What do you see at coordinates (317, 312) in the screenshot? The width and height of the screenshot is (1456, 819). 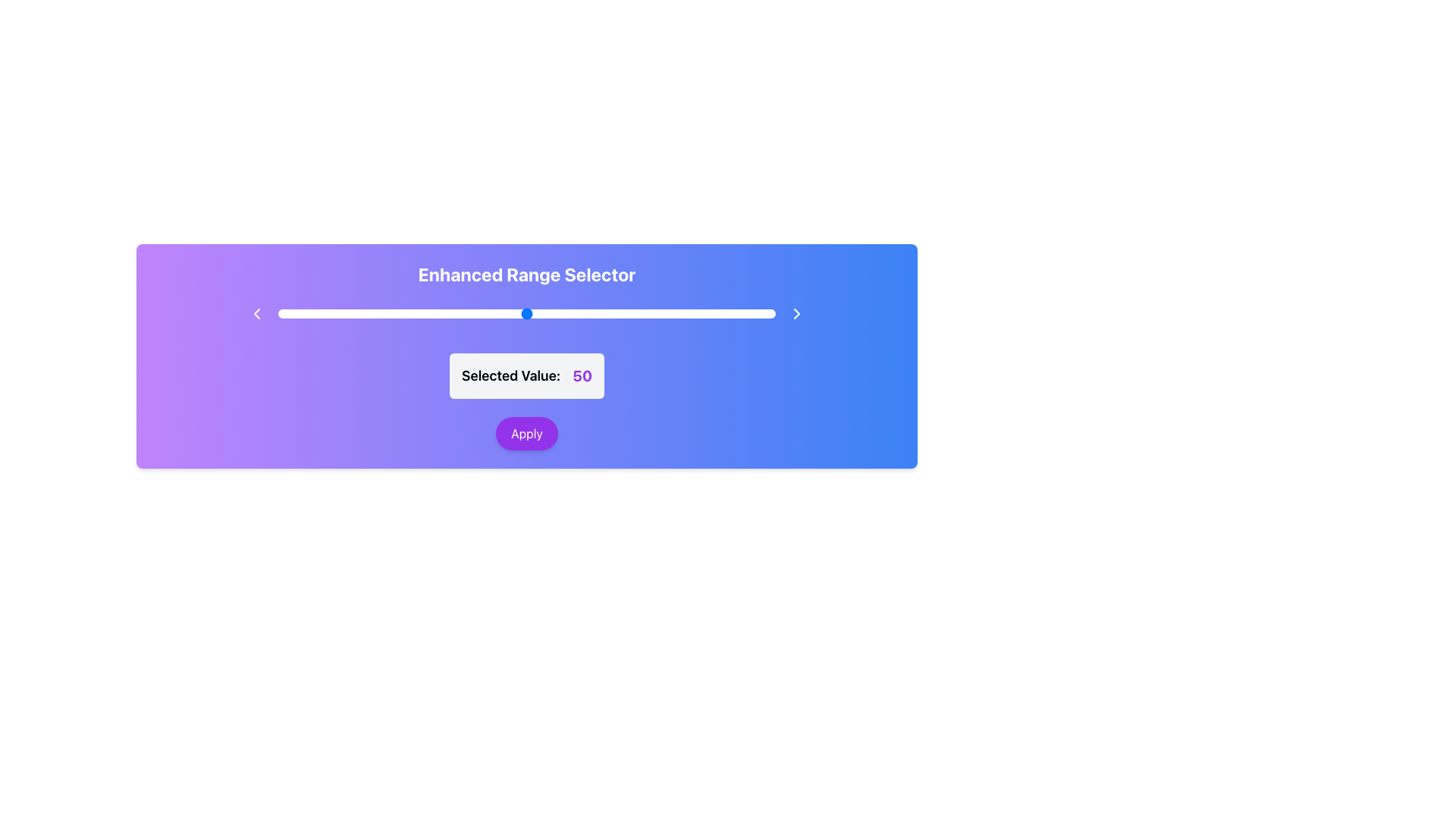 I see `the range slider` at bounding box center [317, 312].